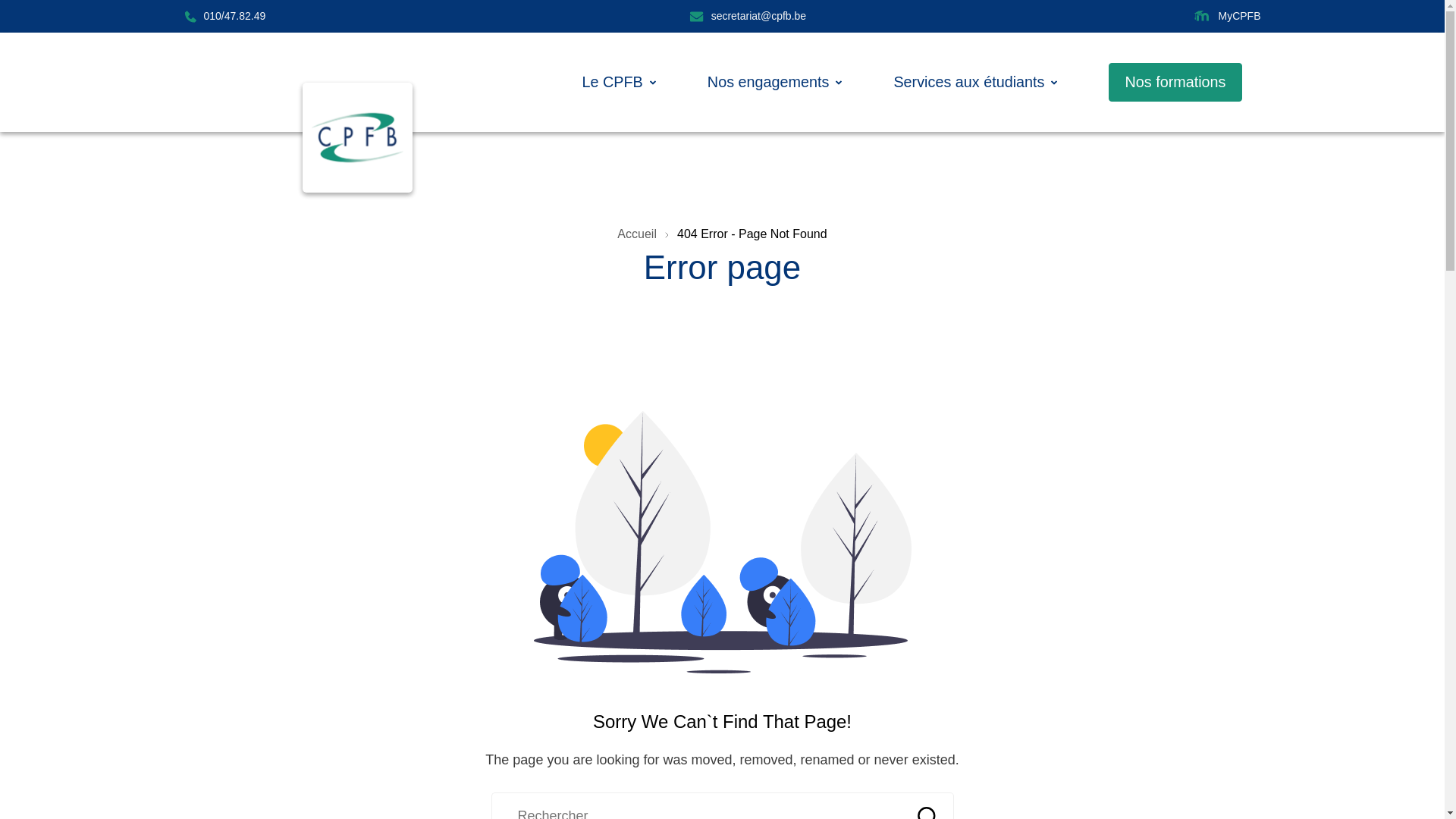 This screenshot has height=819, width=1456. I want to click on 'secretariat@cpfb.be', so click(748, 16).